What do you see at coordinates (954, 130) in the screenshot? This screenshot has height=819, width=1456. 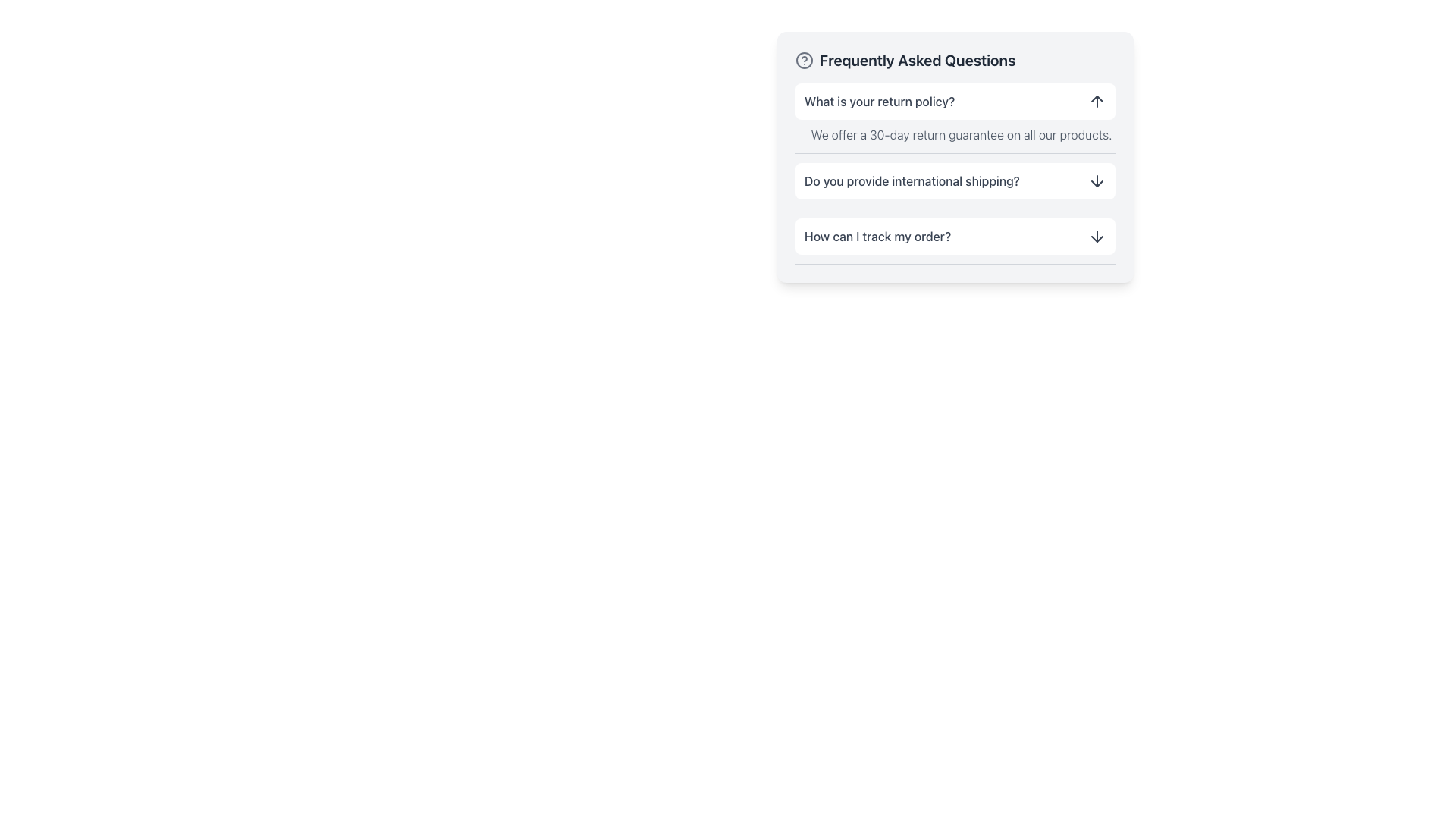 I see `the text element that states 'We offer a 30-day return guarantee on all our products.' positioned below the question 'What is your return policy?' in the FAQ section` at bounding box center [954, 130].